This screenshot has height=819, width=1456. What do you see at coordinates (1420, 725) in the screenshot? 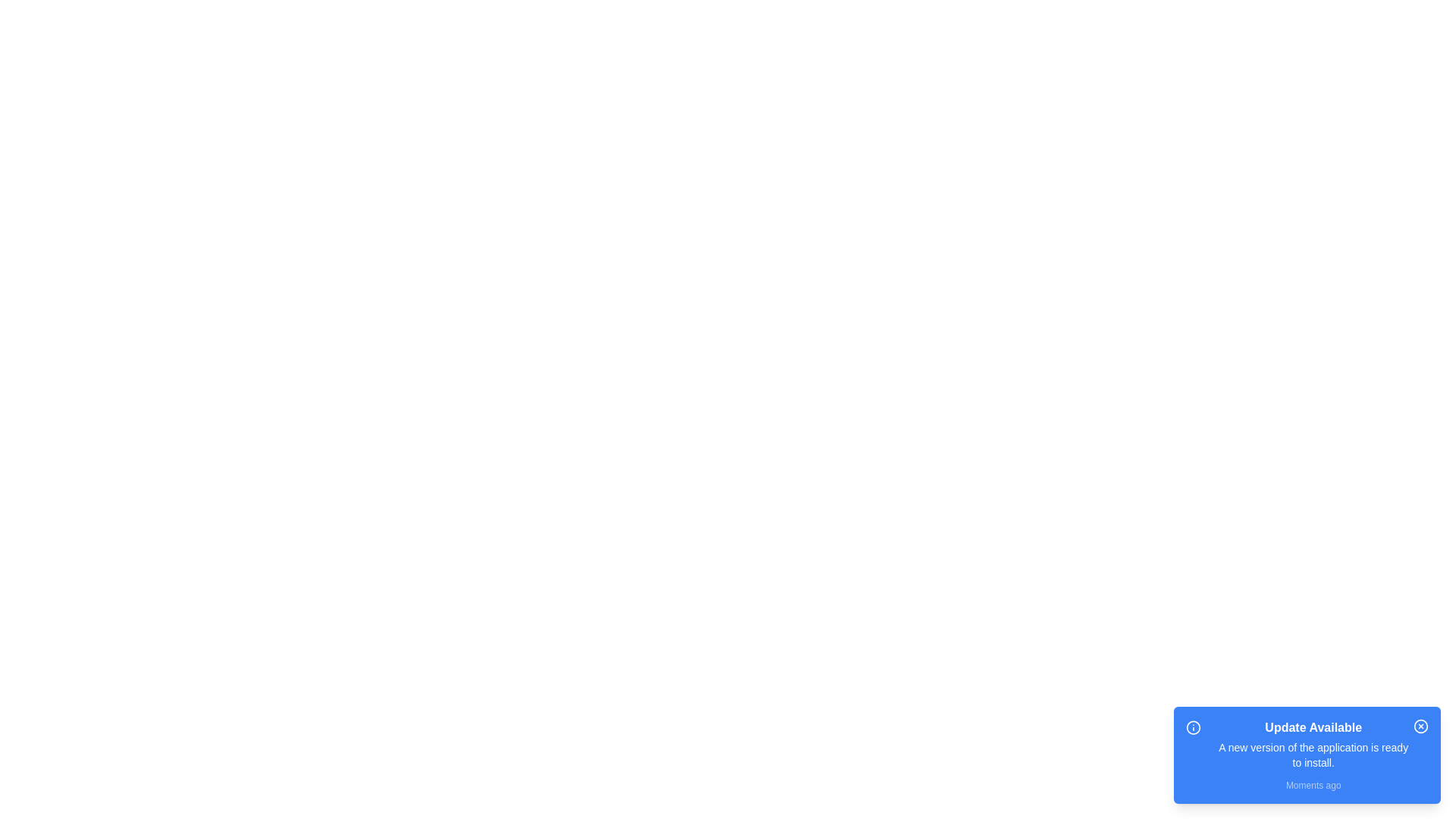
I see `the close button of the notification to dismiss it` at bounding box center [1420, 725].